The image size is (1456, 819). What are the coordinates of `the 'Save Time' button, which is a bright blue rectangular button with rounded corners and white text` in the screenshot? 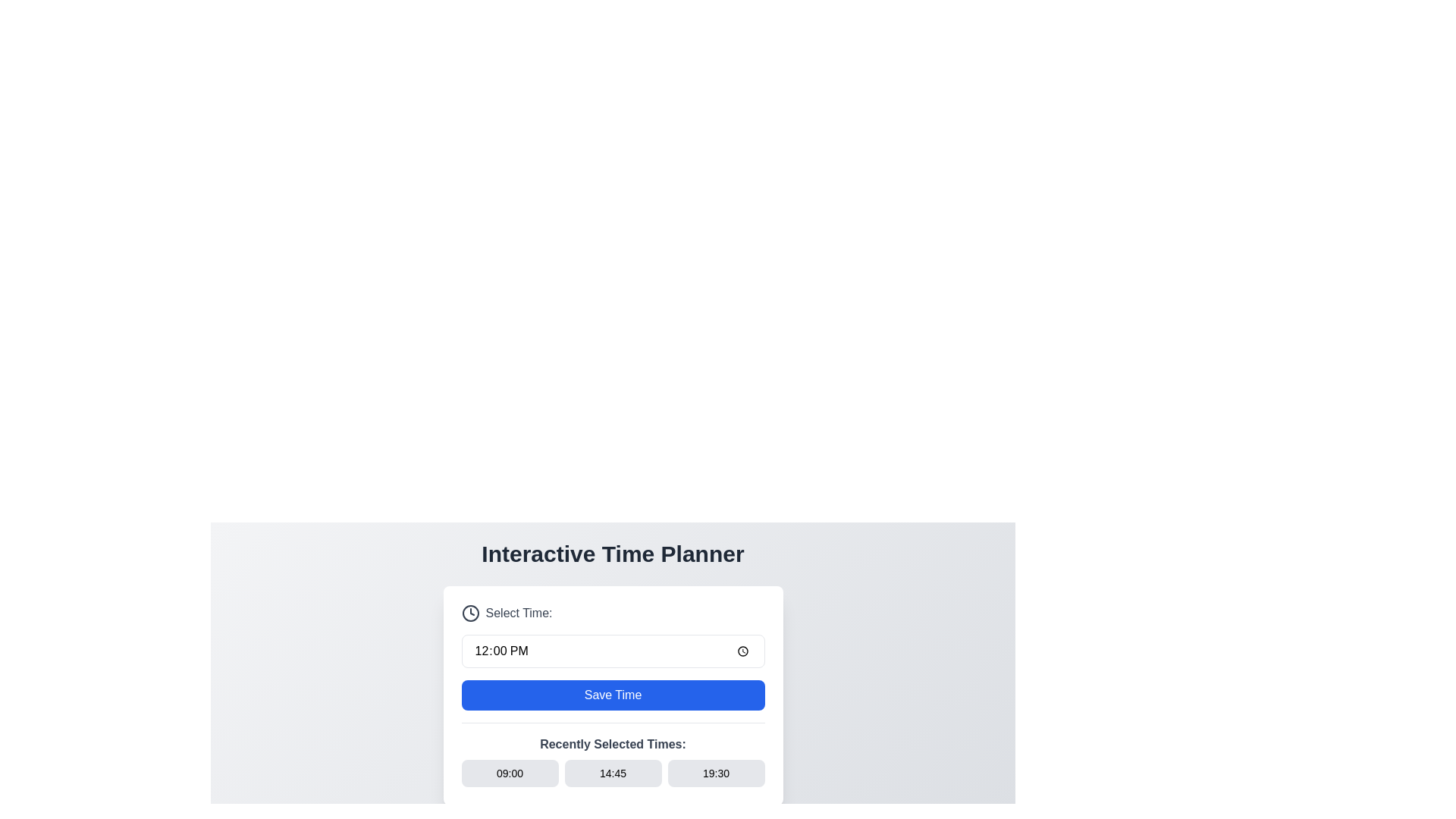 It's located at (613, 695).